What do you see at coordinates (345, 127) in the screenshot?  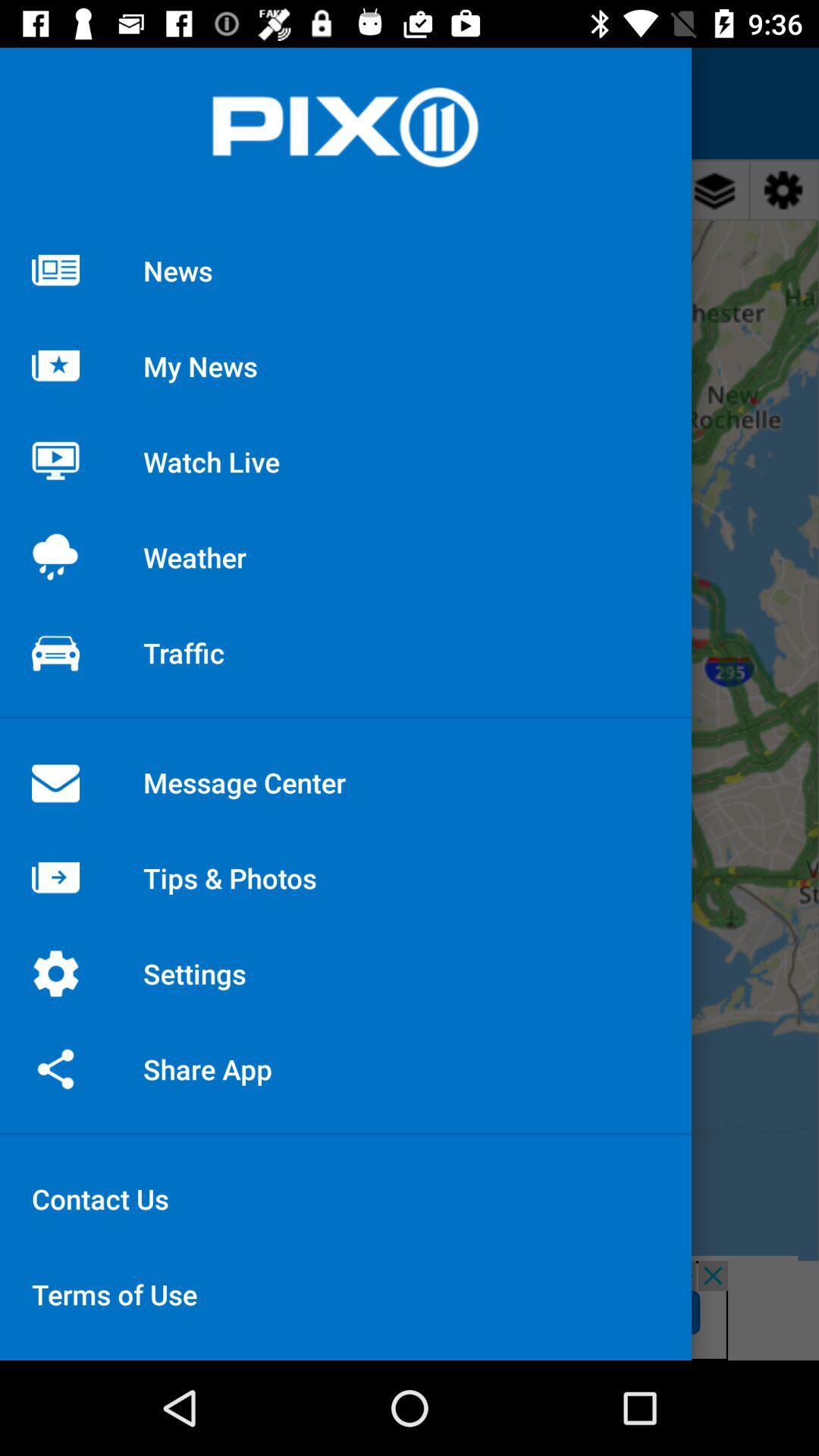 I see `the header above news` at bounding box center [345, 127].